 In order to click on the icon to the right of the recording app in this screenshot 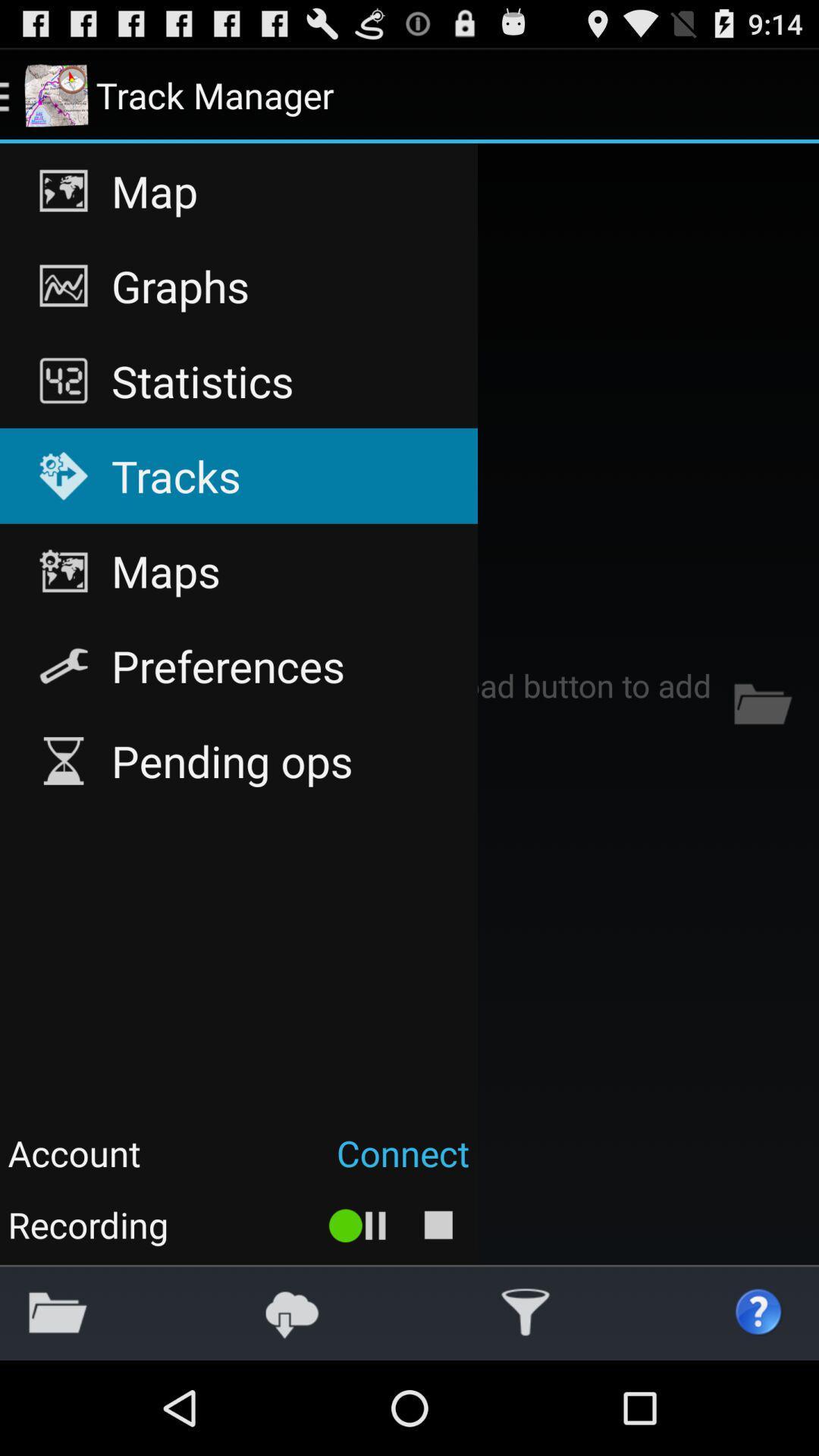, I will do `click(358, 1225)`.